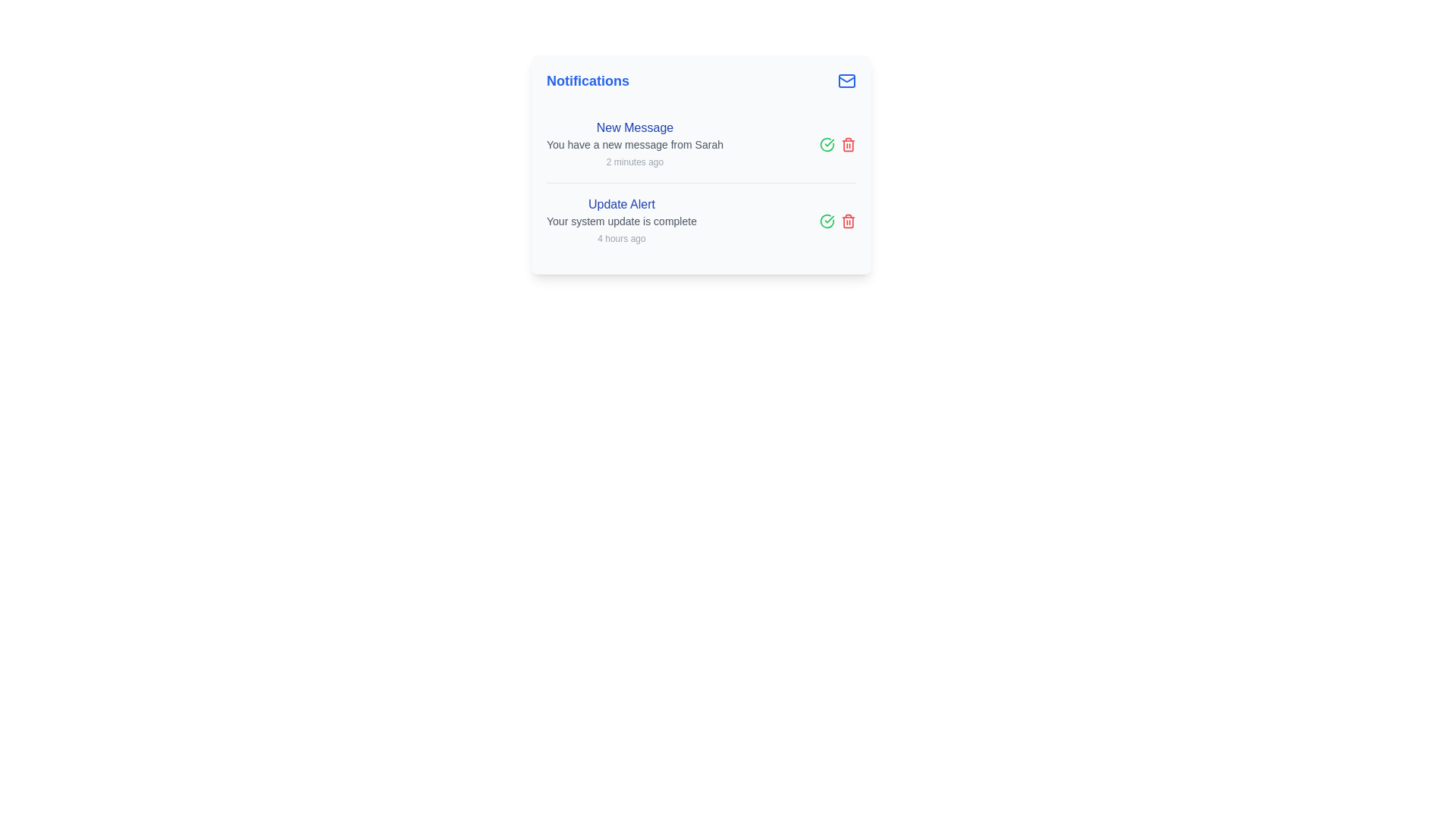  What do you see at coordinates (622, 205) in the screenshot?
I see `the title text label of the second notification under the 'Notifications' header, which summarizes the nature of the alert` at bounding box center [622, 205].